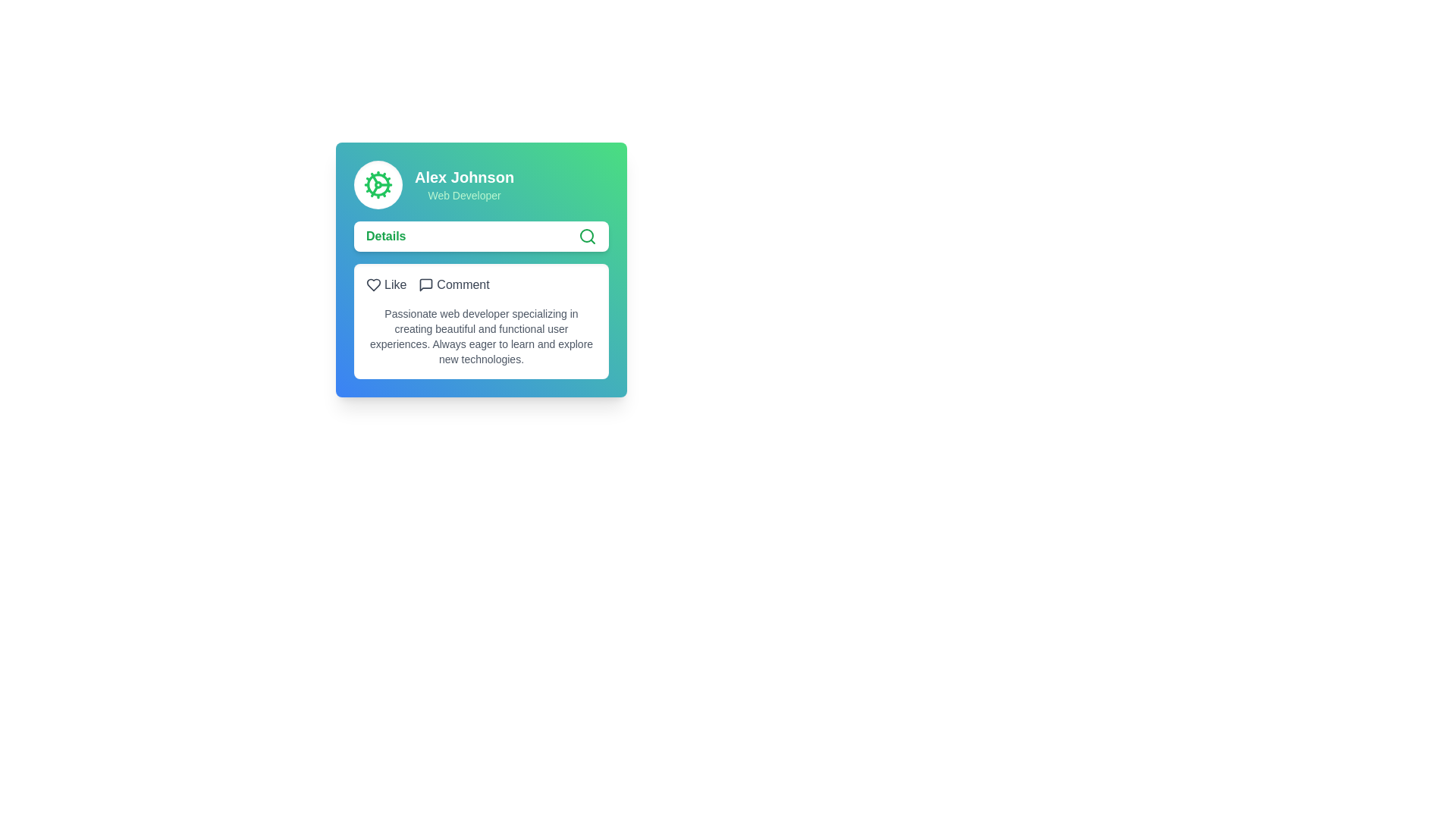 This screenshot has height=819, width=1456. I want to click on text label displaying 'Alex Johnson', which serves as the name header for the profile card, located at the top of the green gradient section in the mini-profile card interface, so click(463, 177).